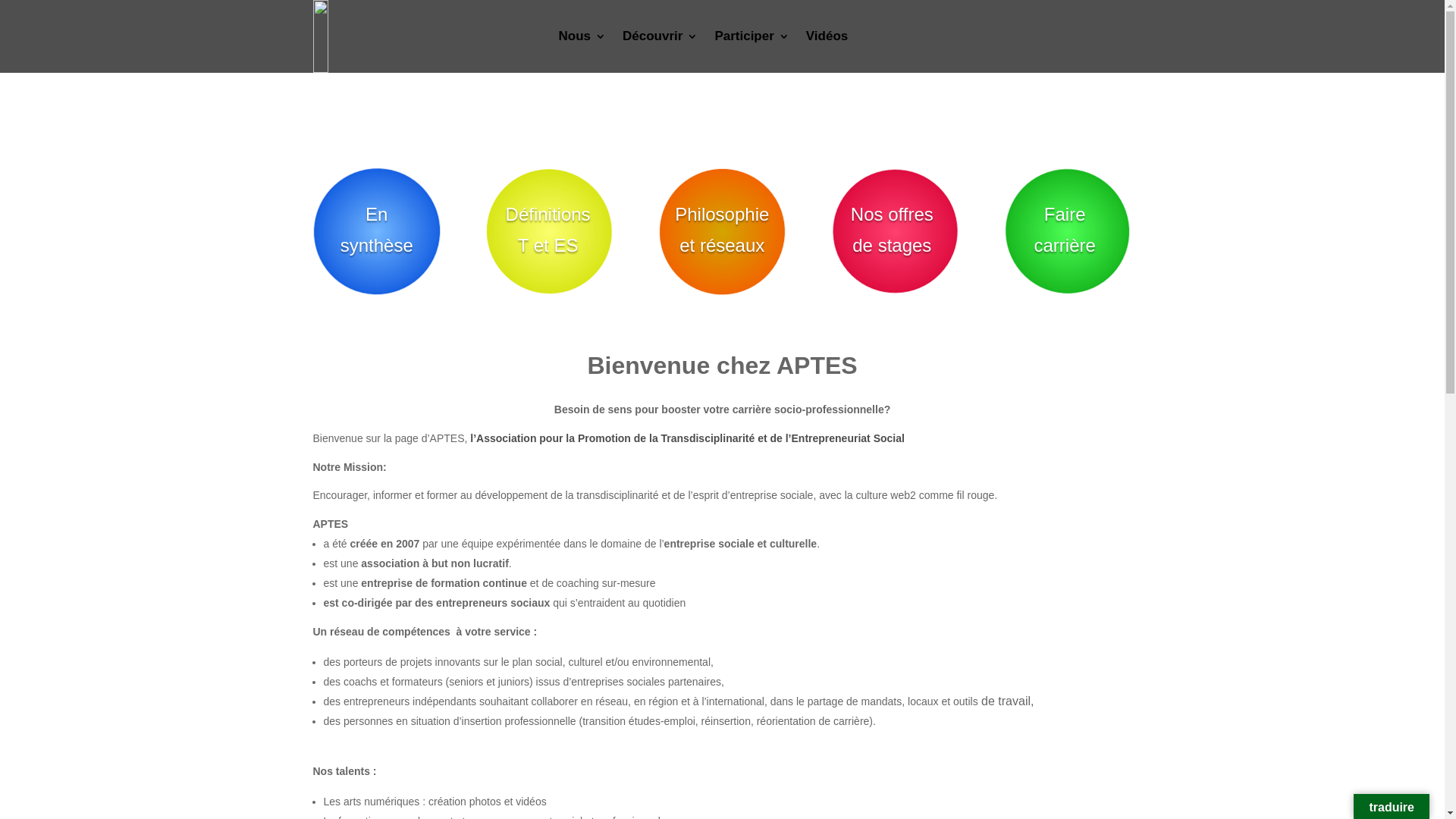 This screenshot has width=1456, height=819. What do you see at coordinates (582, 35) in the screenshot?
I see `'Nous'` at bounding box center [582, 35].